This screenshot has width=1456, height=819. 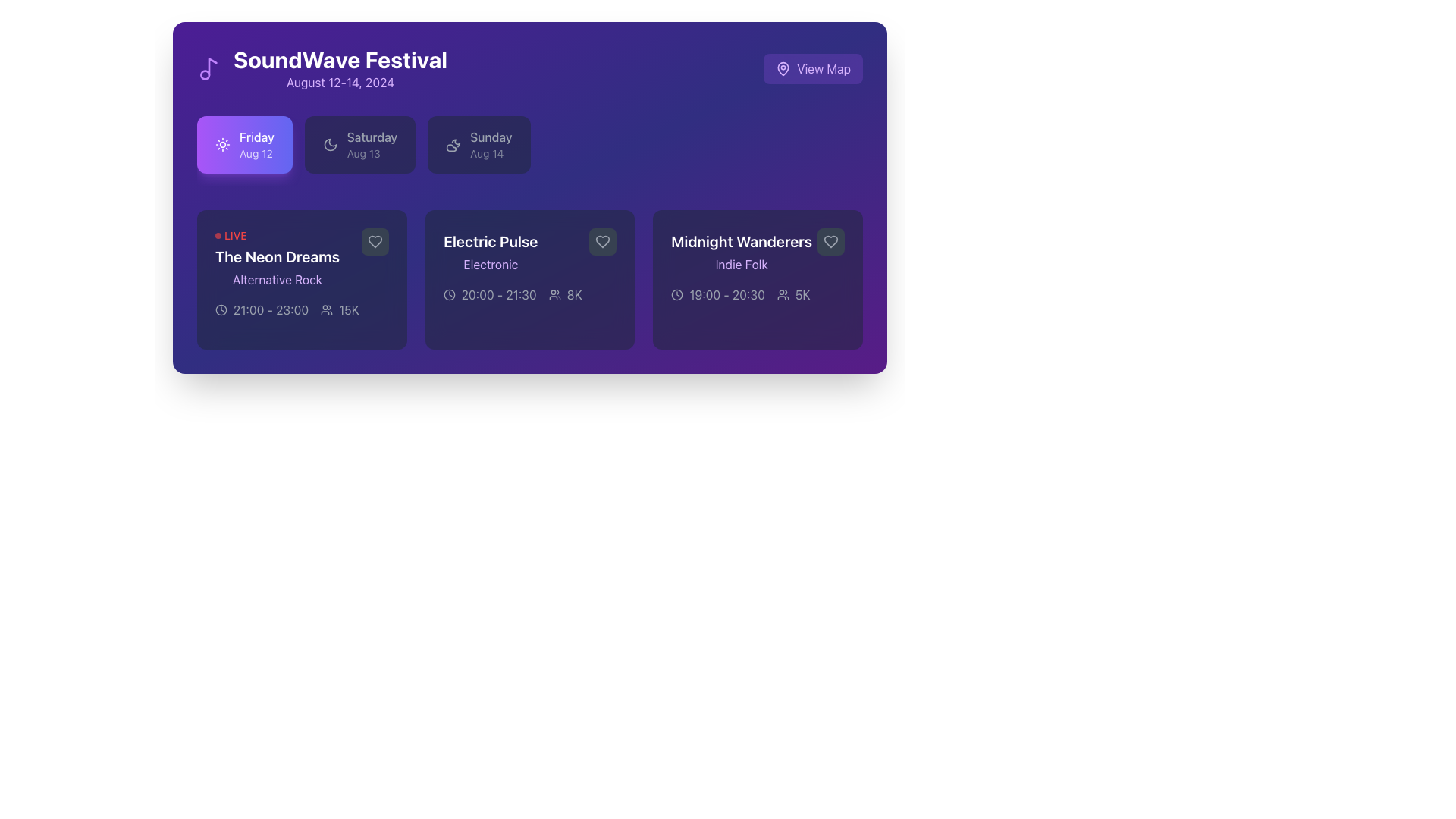 What do you see at coordinates (564, 295) in the screenshot?
I see `the informational component displaying '8K' and an icon of a group of people, located at the bottom right of the 'Electric Pulse' event card` at bounding box center [564, 295].